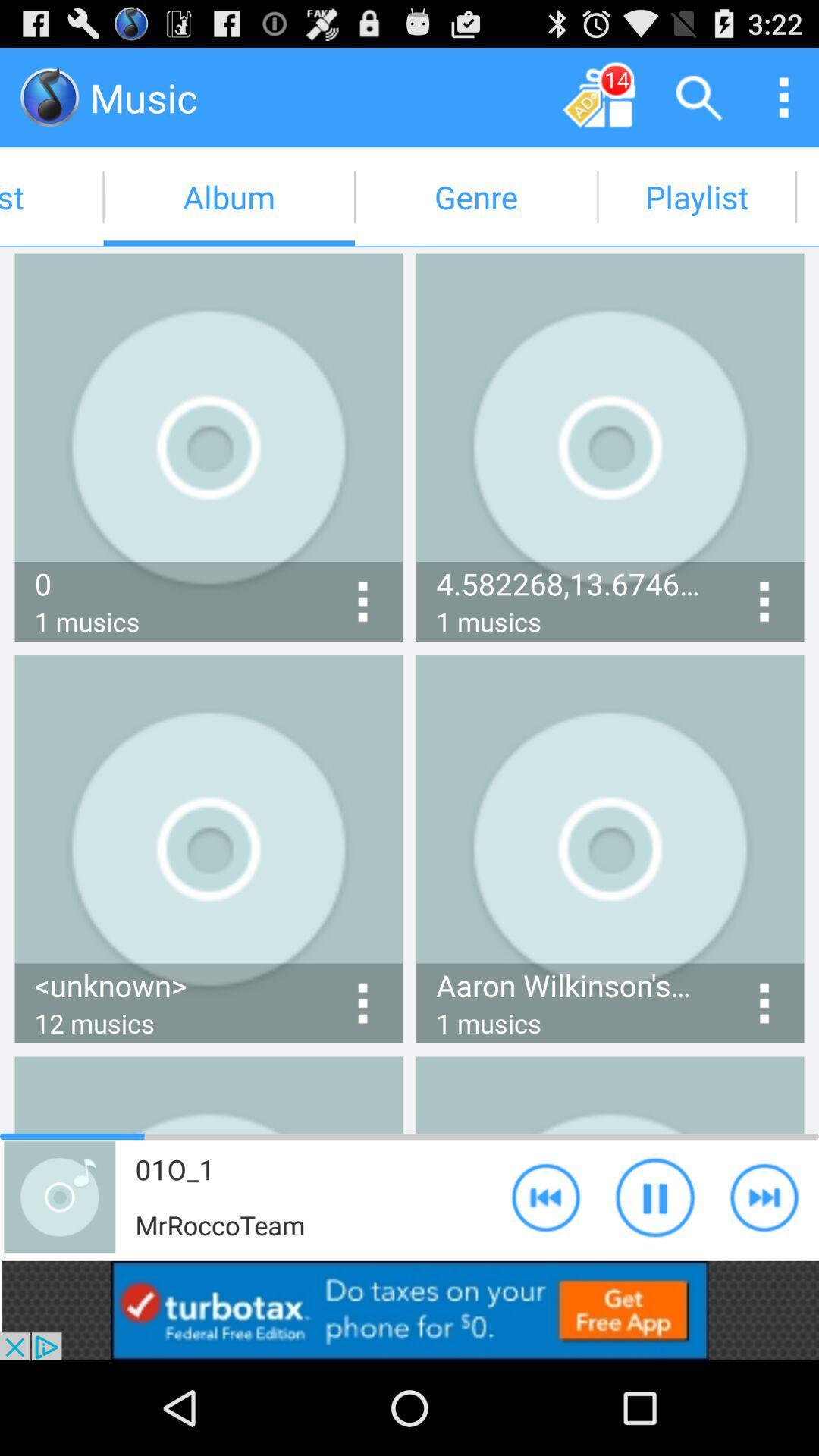  I want to click on open main manu, so click(783, 96).